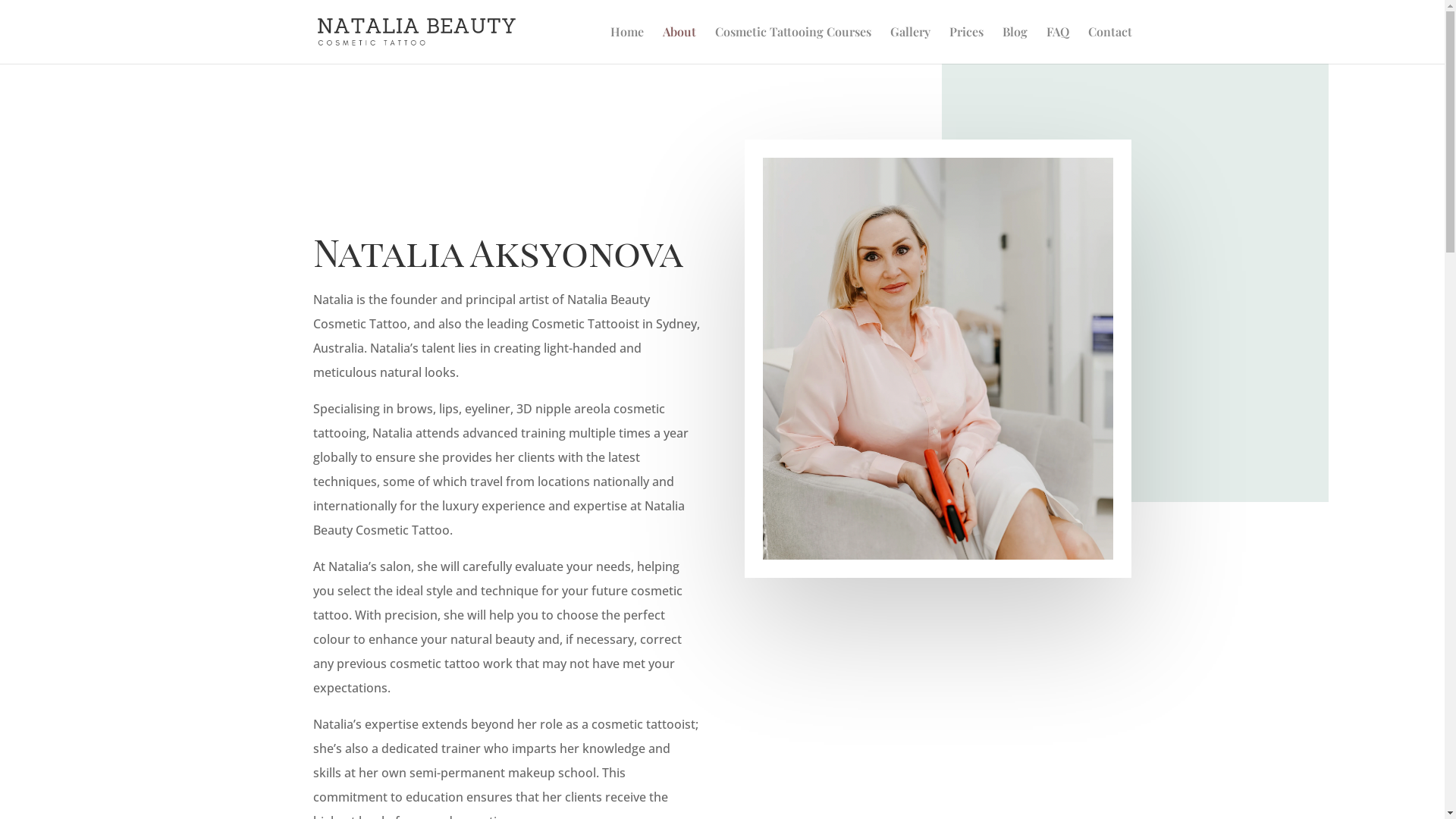  Describe the element at coordinates (965, 44) in the screenshot. I see `'Prices'` at that location.